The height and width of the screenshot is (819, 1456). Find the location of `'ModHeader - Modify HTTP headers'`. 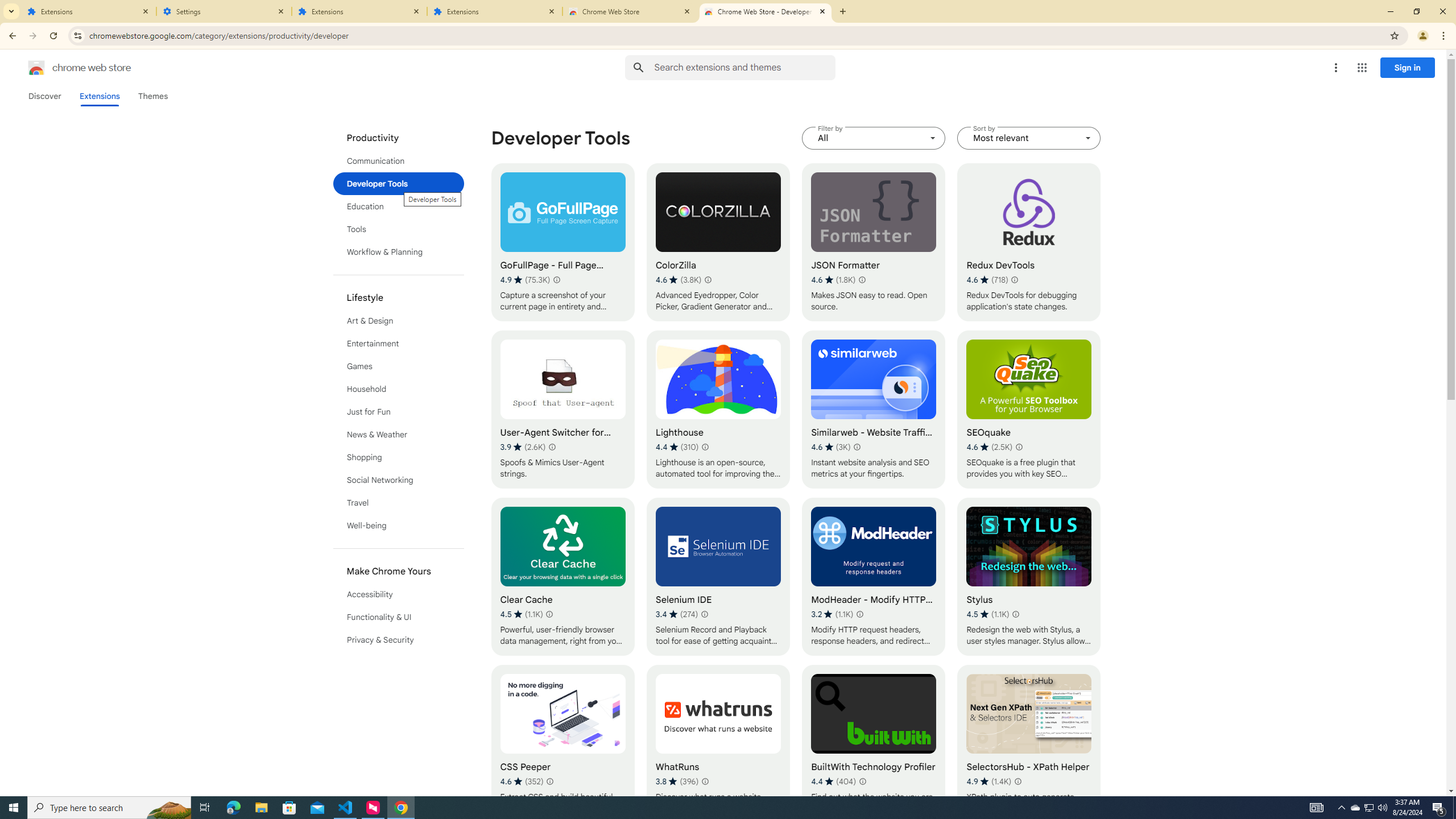

'ModHeader - Modify HTTP headers' is located at coordinates (874, 577).